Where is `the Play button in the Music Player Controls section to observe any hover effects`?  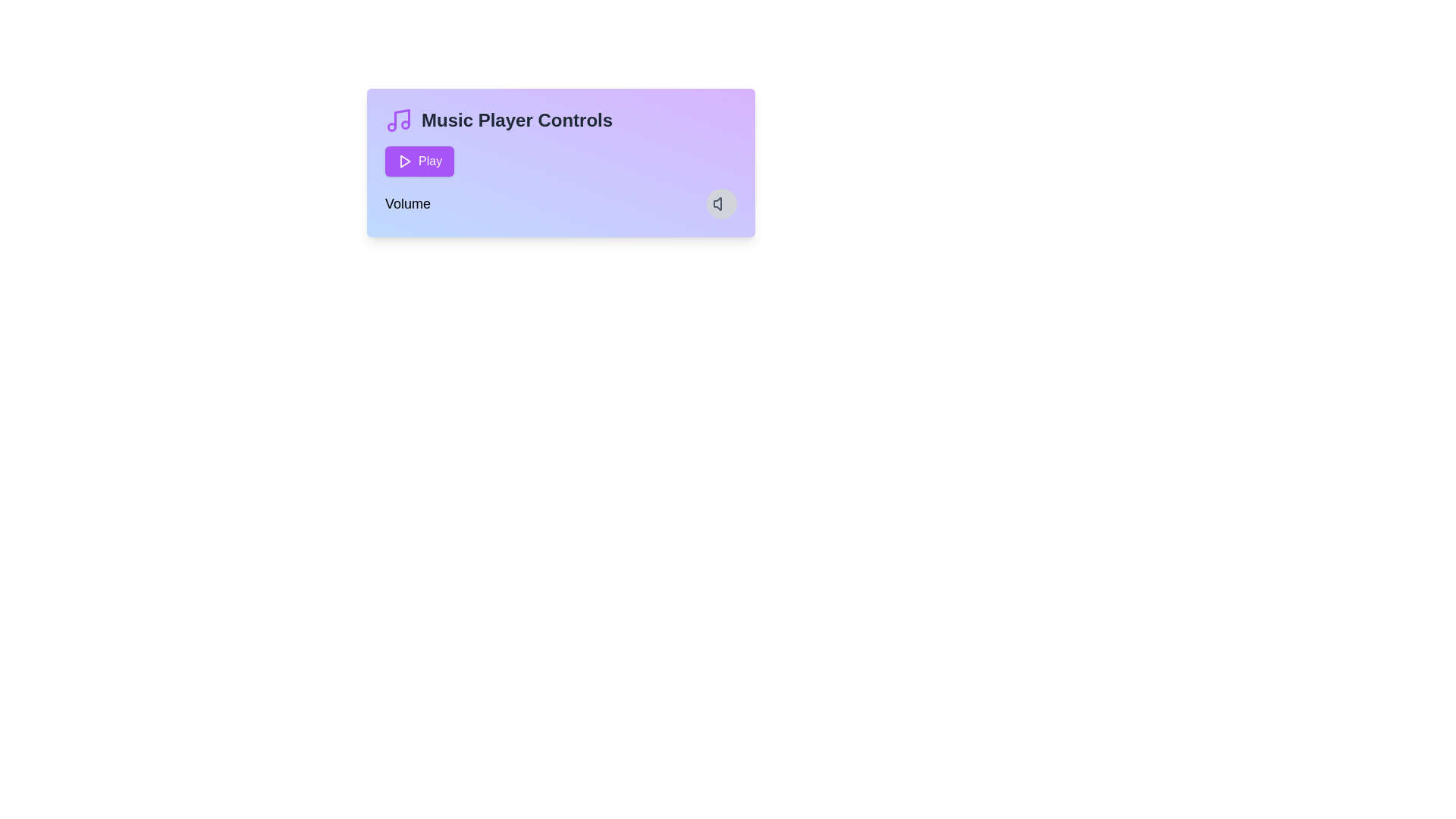
the Play button in the Music Player Controls section to observe any hover effects is located at coordinates (560, 161).